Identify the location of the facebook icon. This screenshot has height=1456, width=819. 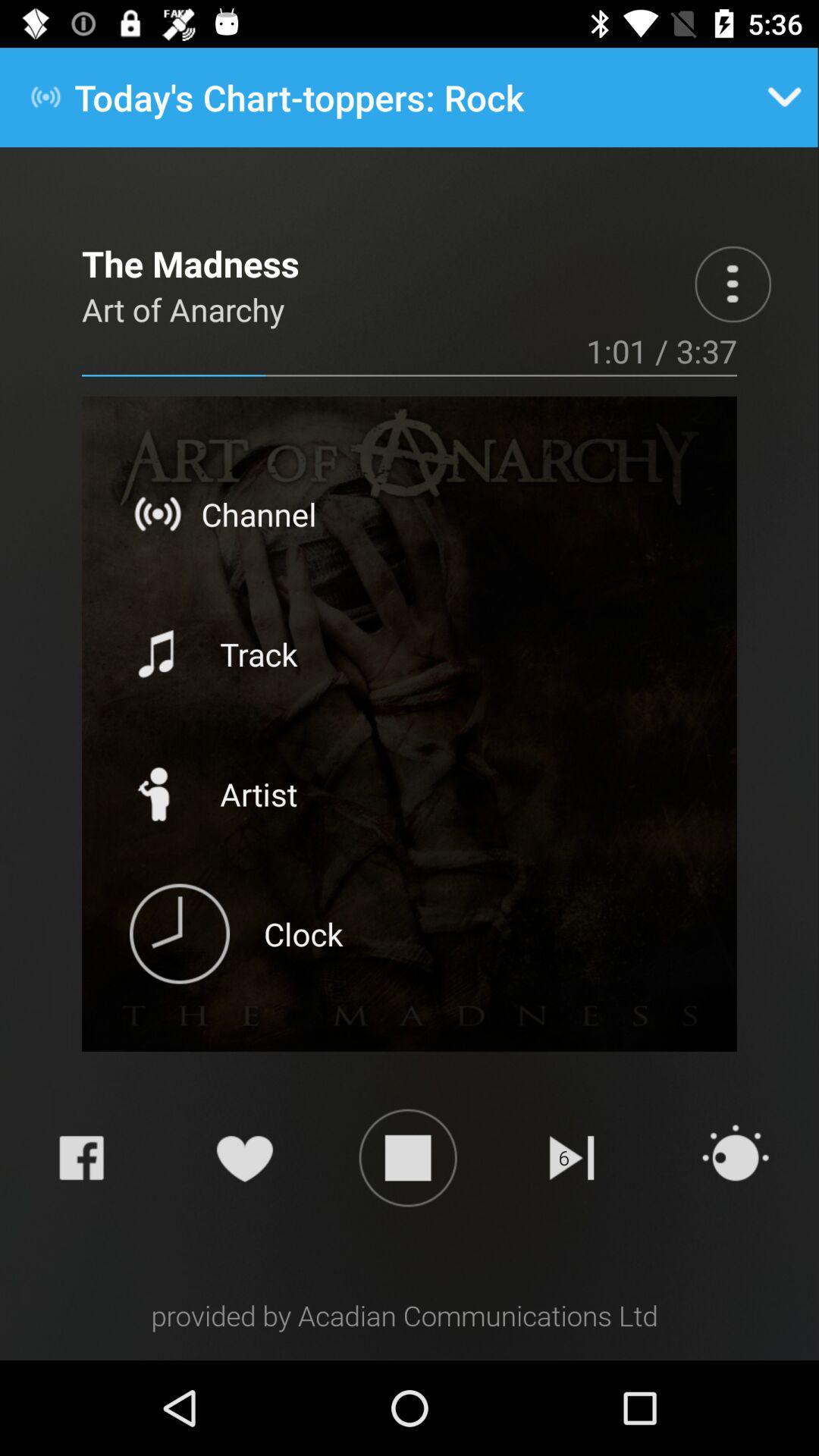
(81, 1156).